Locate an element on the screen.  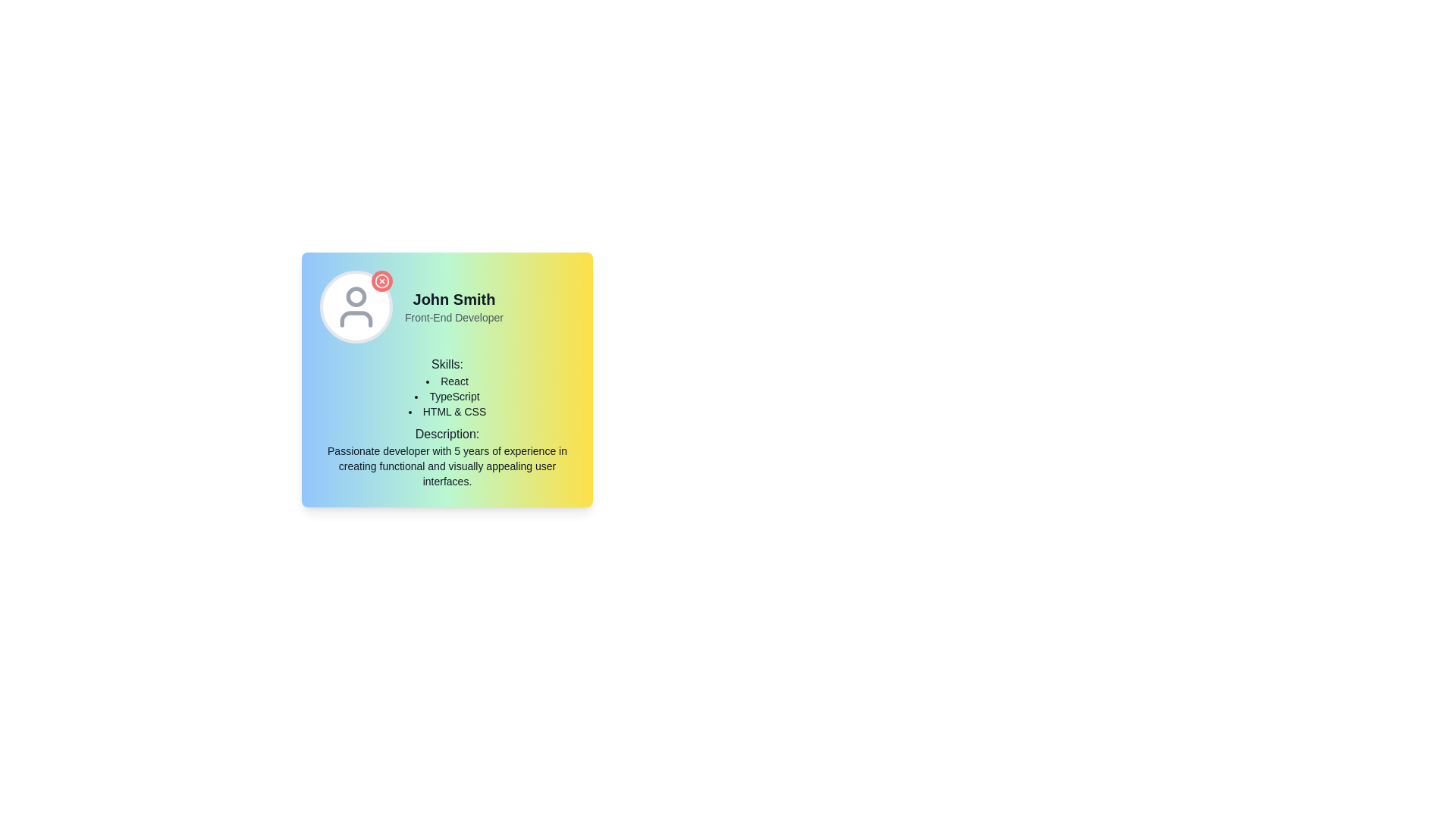
the Bullet List element that displays the skills associated with the profile, located in the 'Skills' section of the card layout, below the 'Skills:' title and above the 'Description' section is located at coordinates (447, 396).